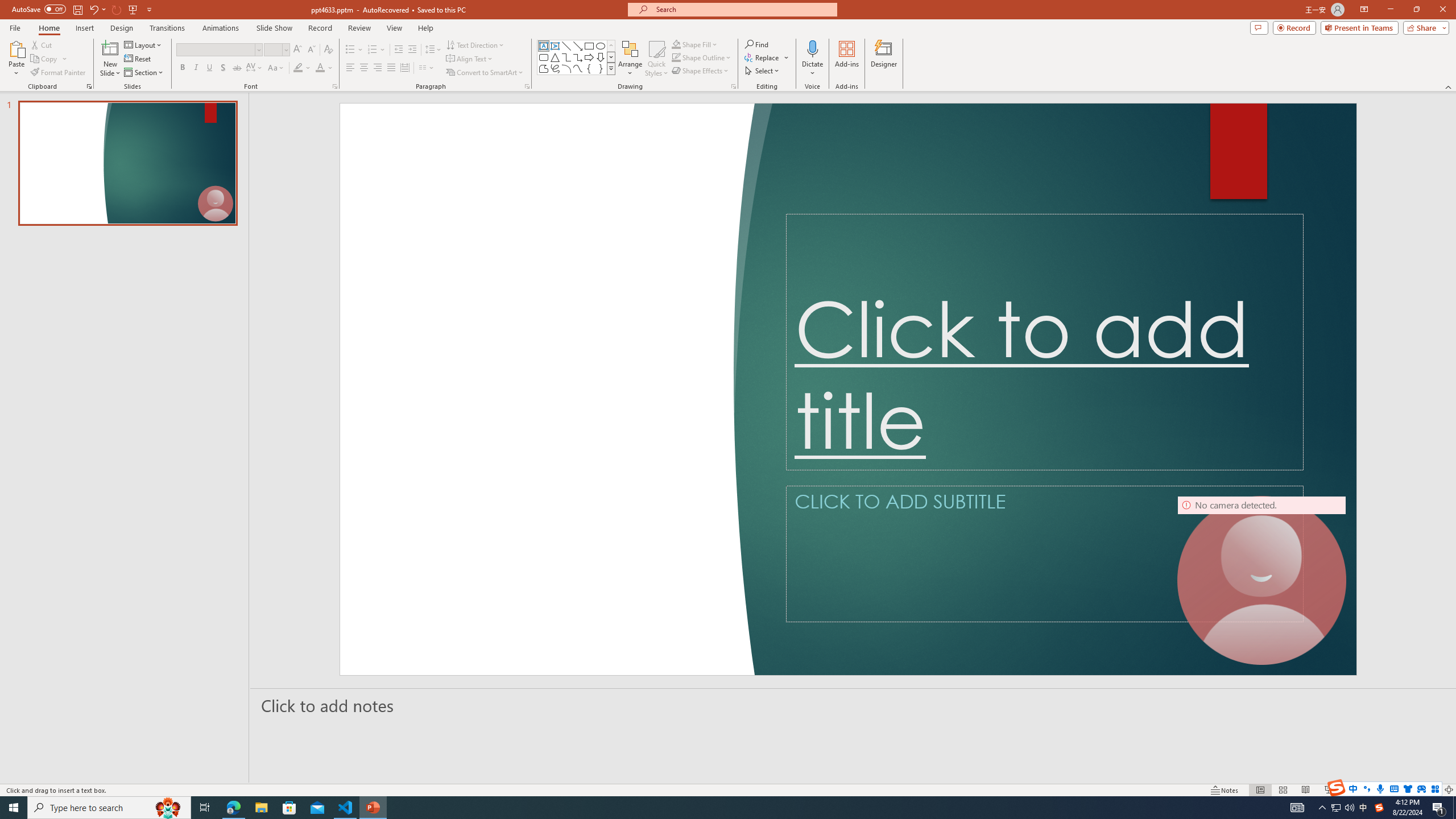  I want to click on 'Shape Effects', so click(700, 69).